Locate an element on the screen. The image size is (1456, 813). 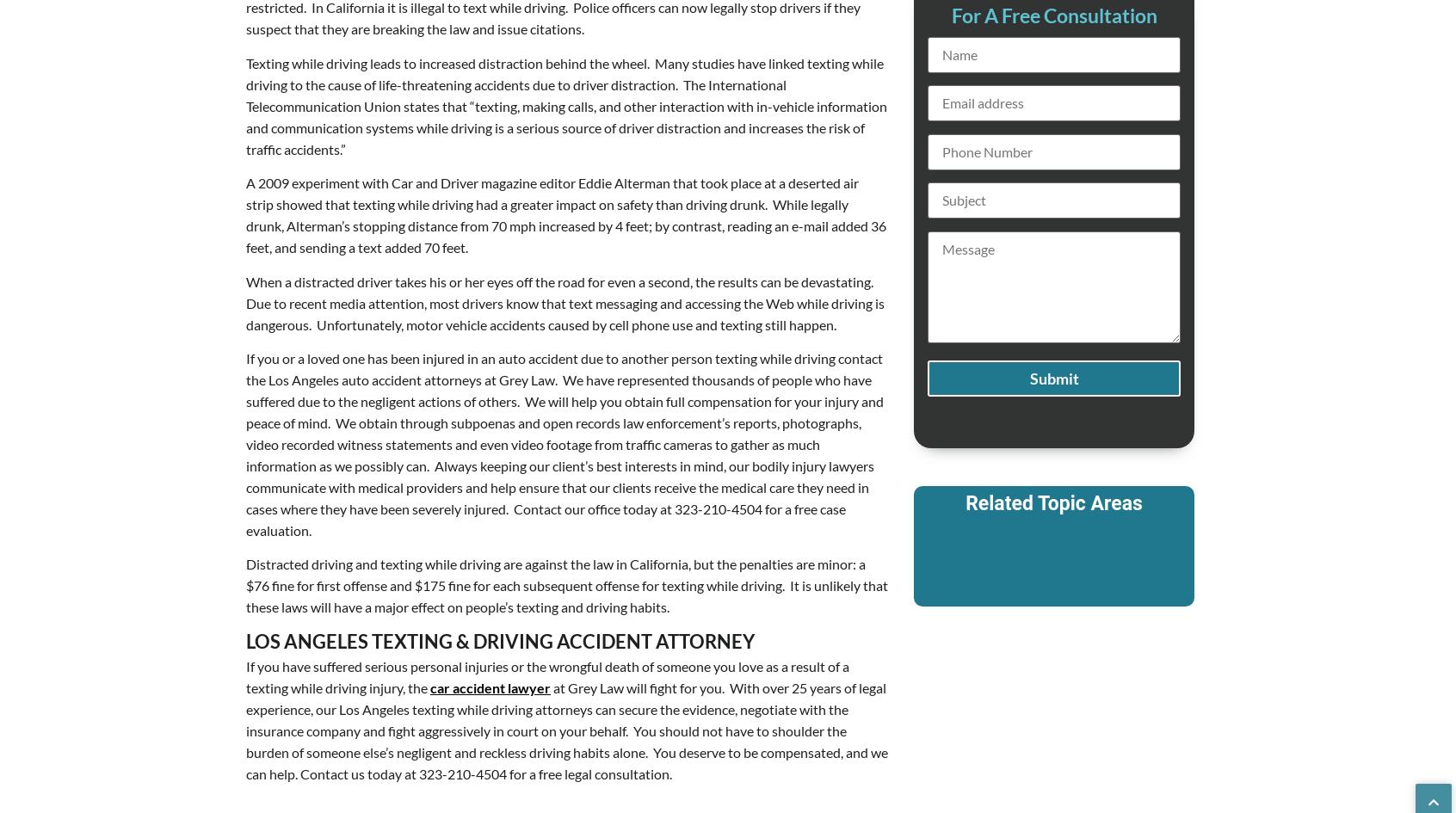
'LOS ANGELES TEXTING & DRIVING ACCIDENT ATTORNEY' is located at coordinates (499, 639).